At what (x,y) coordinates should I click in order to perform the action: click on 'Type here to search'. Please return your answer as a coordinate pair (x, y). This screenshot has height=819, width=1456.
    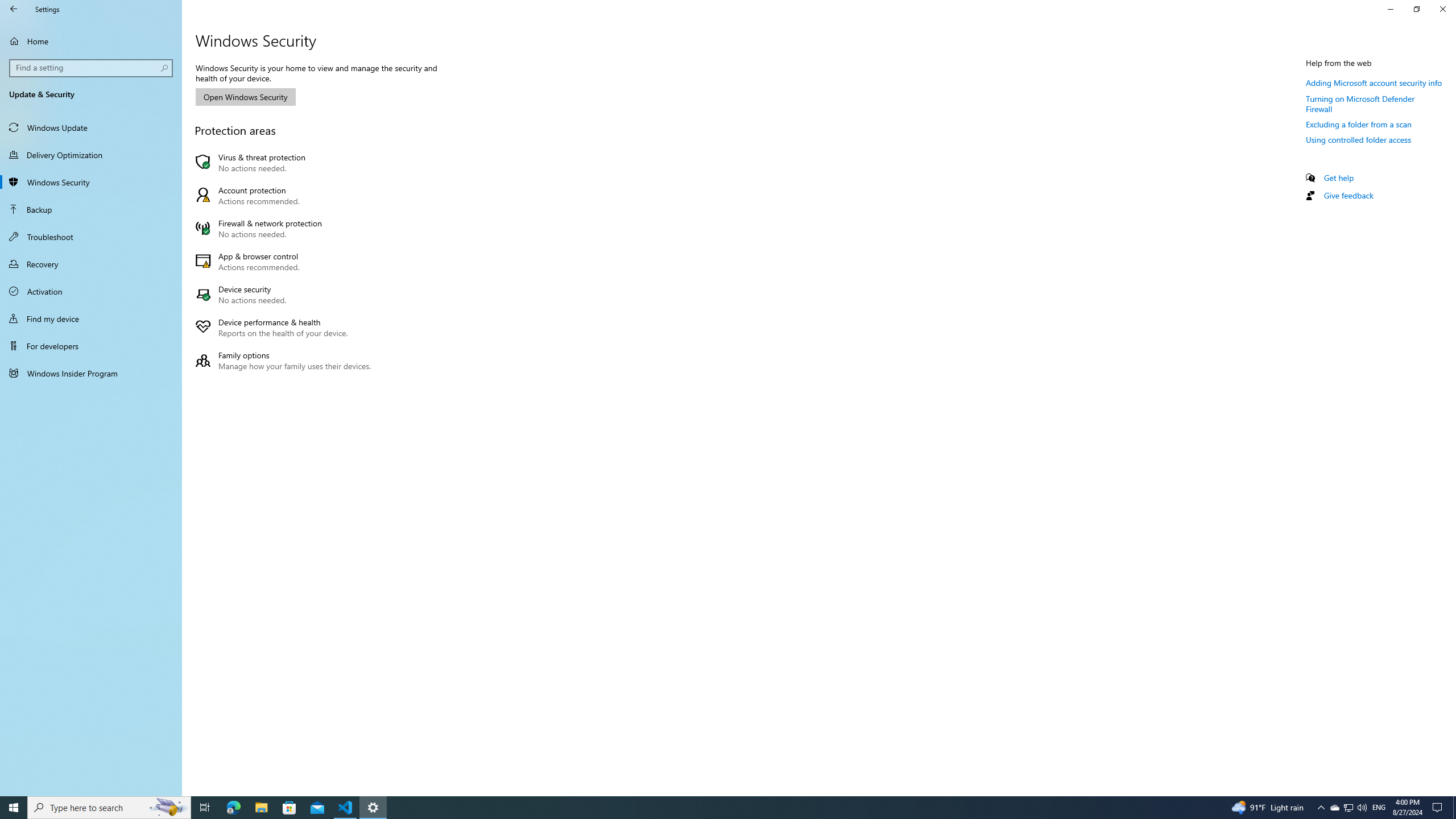
    Looking at the image, I should click on (109, 806).